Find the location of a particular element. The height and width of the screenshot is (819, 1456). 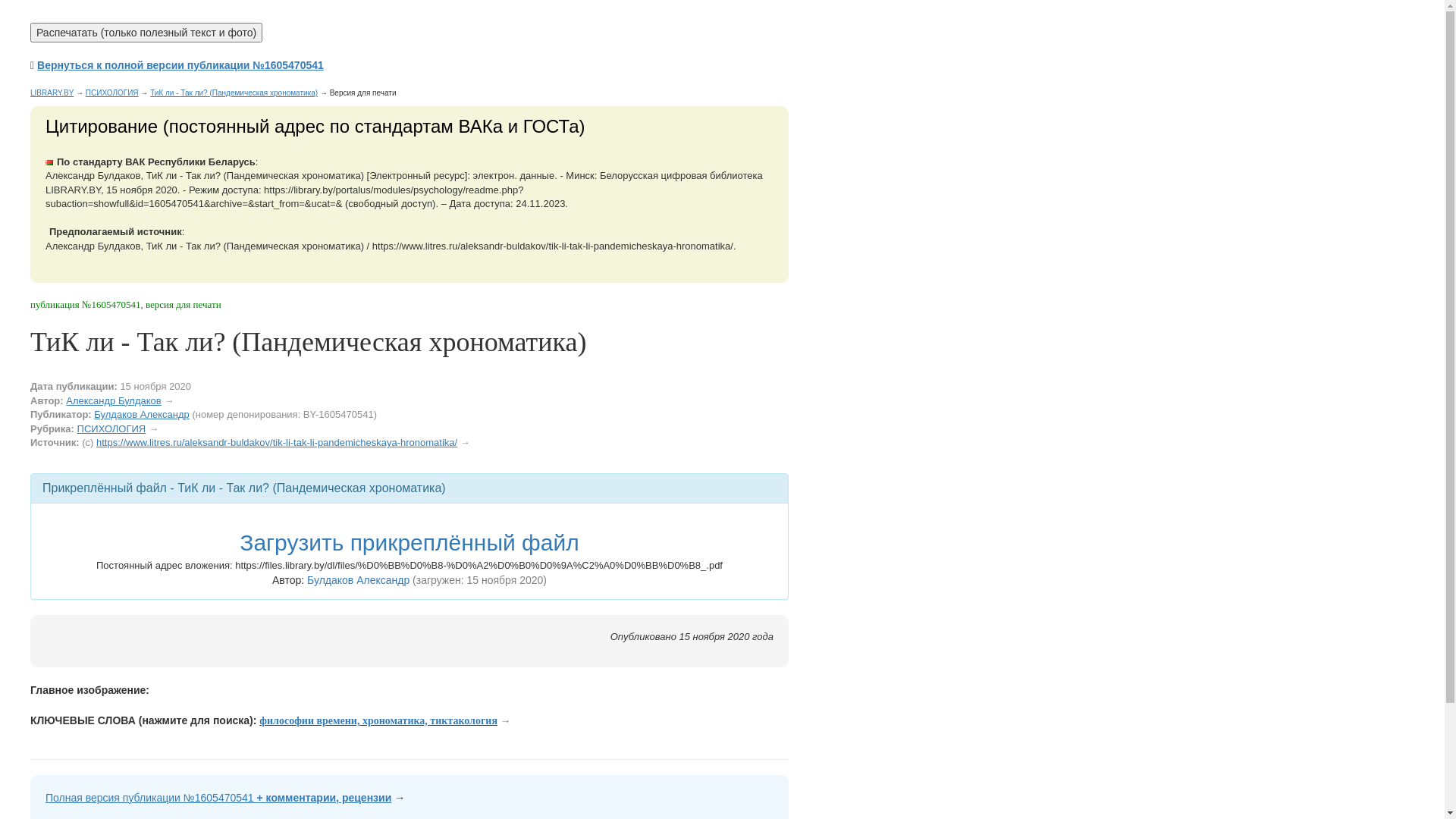

'LIBRARY.BY' is located at coordinates (30, 93).